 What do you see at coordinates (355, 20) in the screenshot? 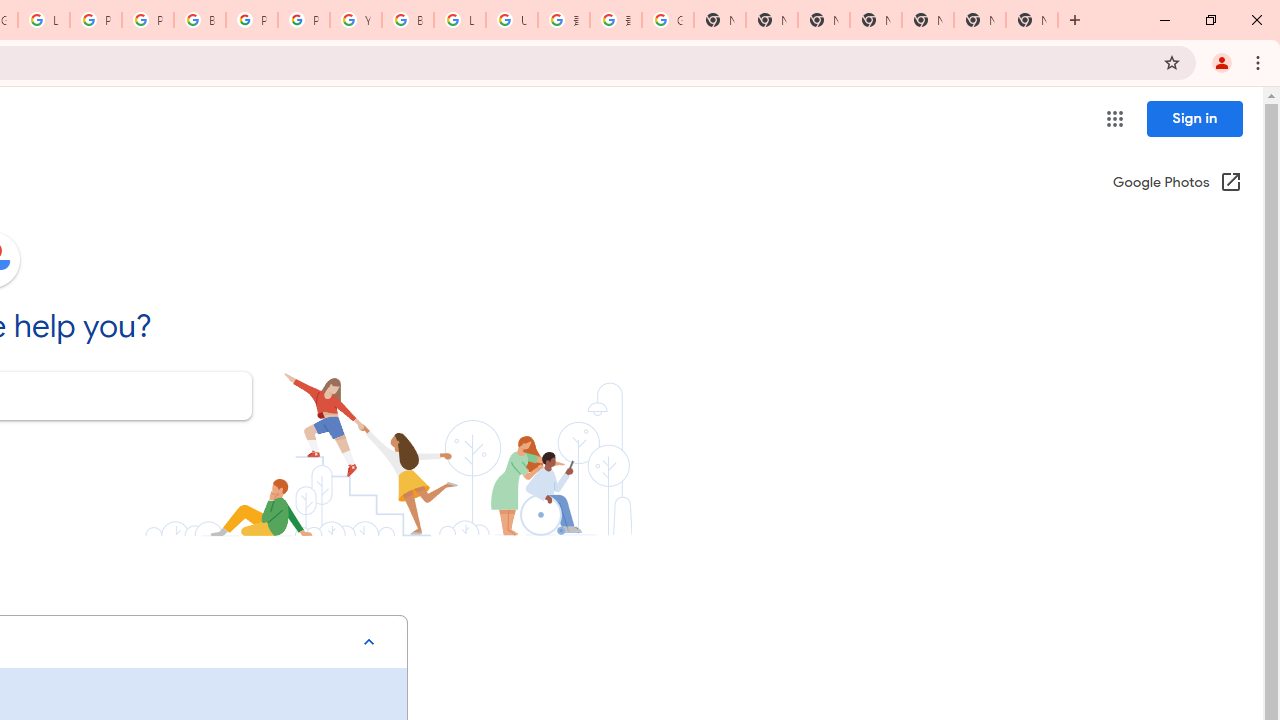
I see `'YouTube'` at bounding box center [355, 20].